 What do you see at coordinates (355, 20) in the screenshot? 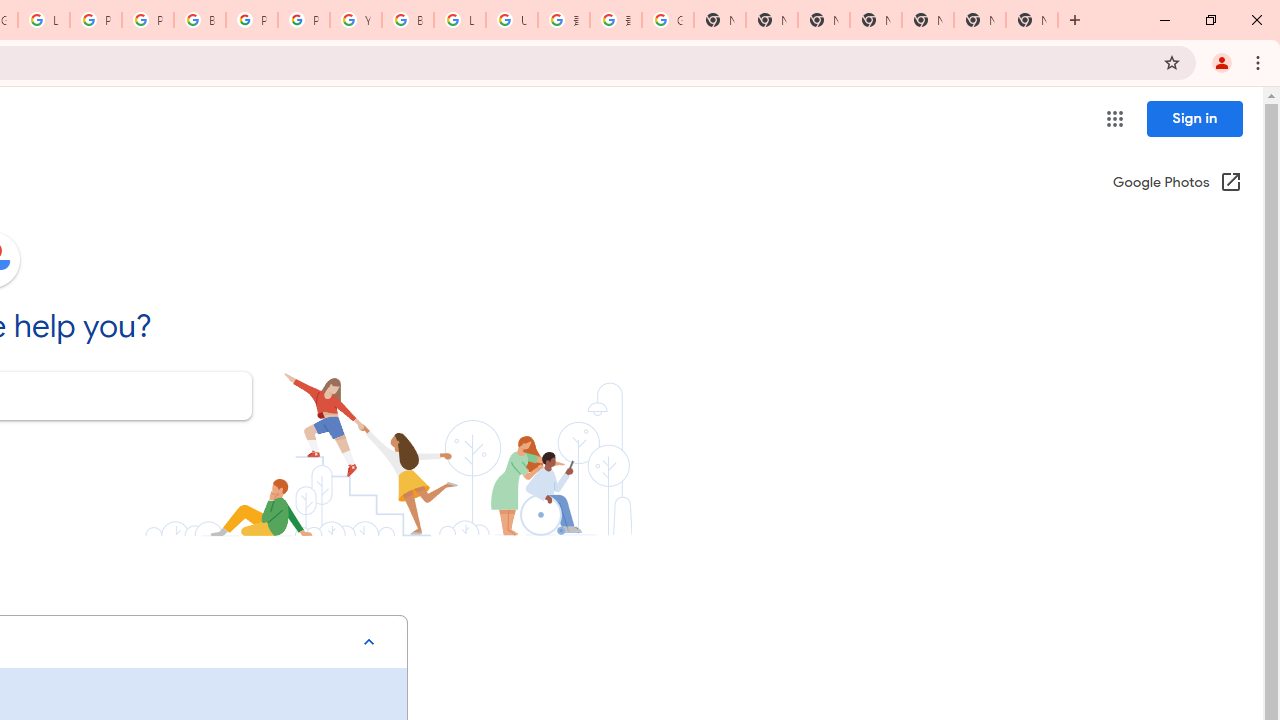
I see `'YouTube'` at bounding box center [355, 20].